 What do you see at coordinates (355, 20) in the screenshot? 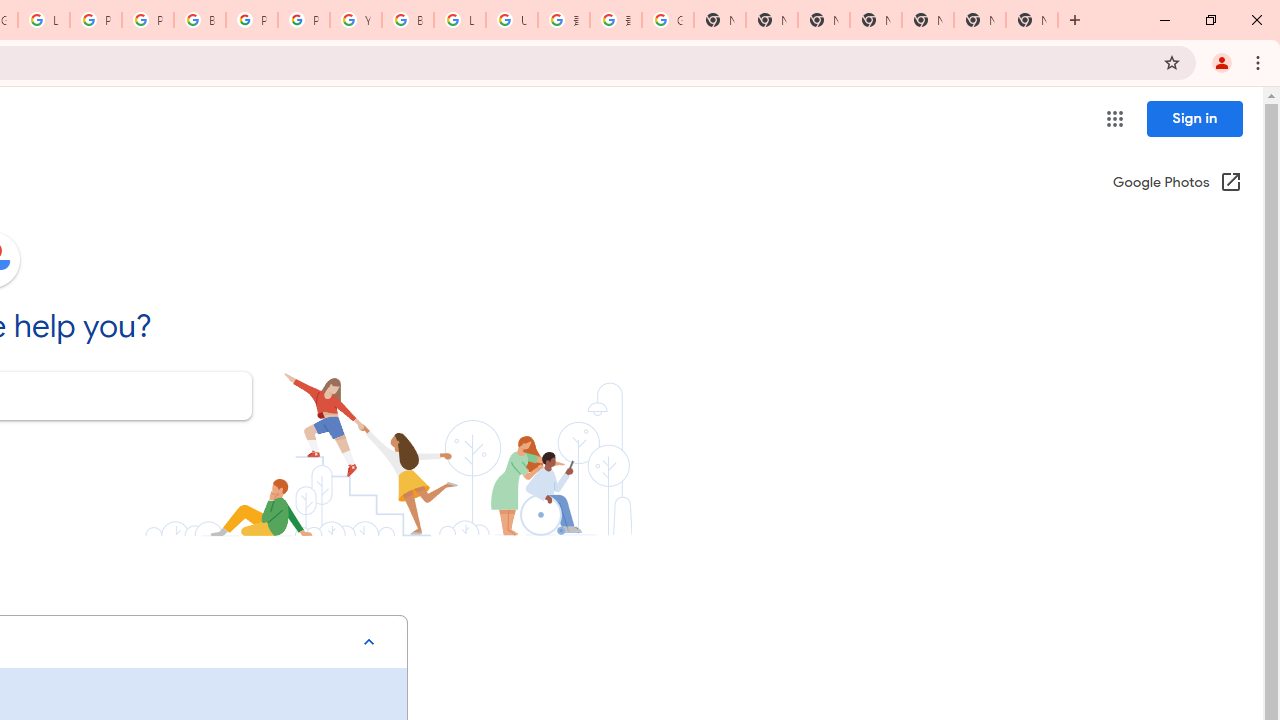
I see `'YouTube'` at bounding box center [355, 20].